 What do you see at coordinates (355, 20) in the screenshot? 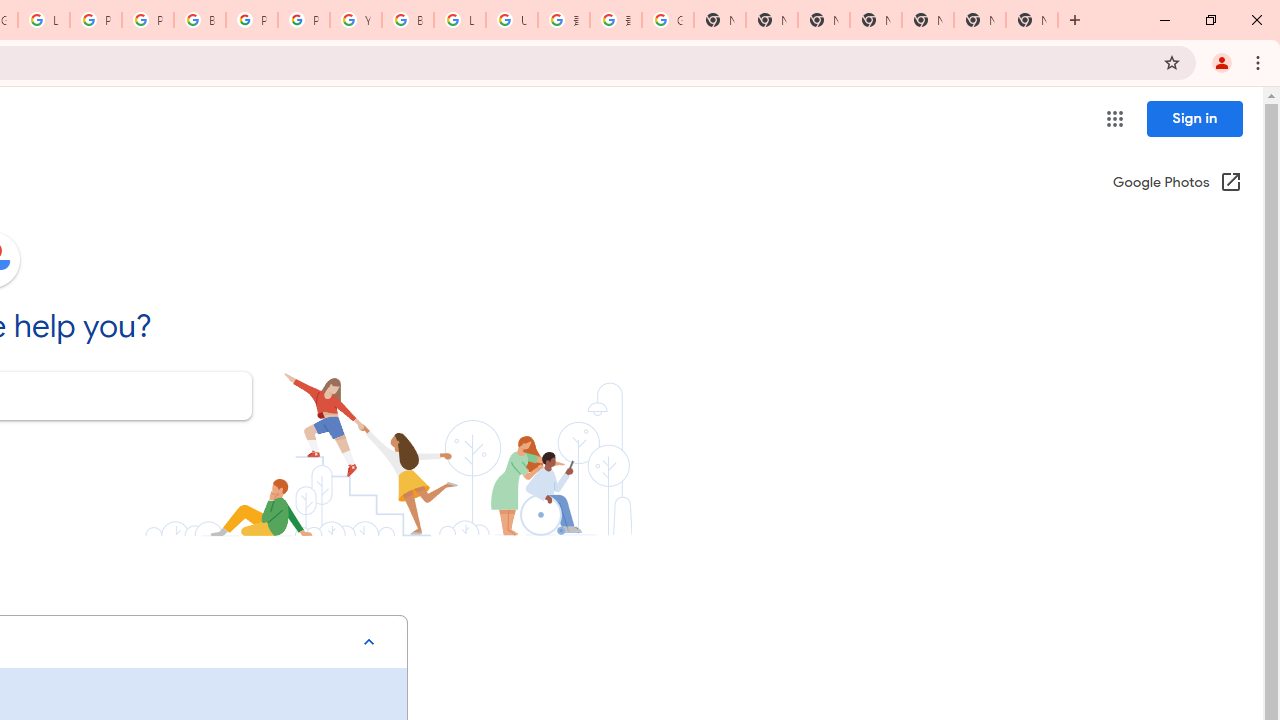
I see `'YouTube'` at bounding box center [355, 20].